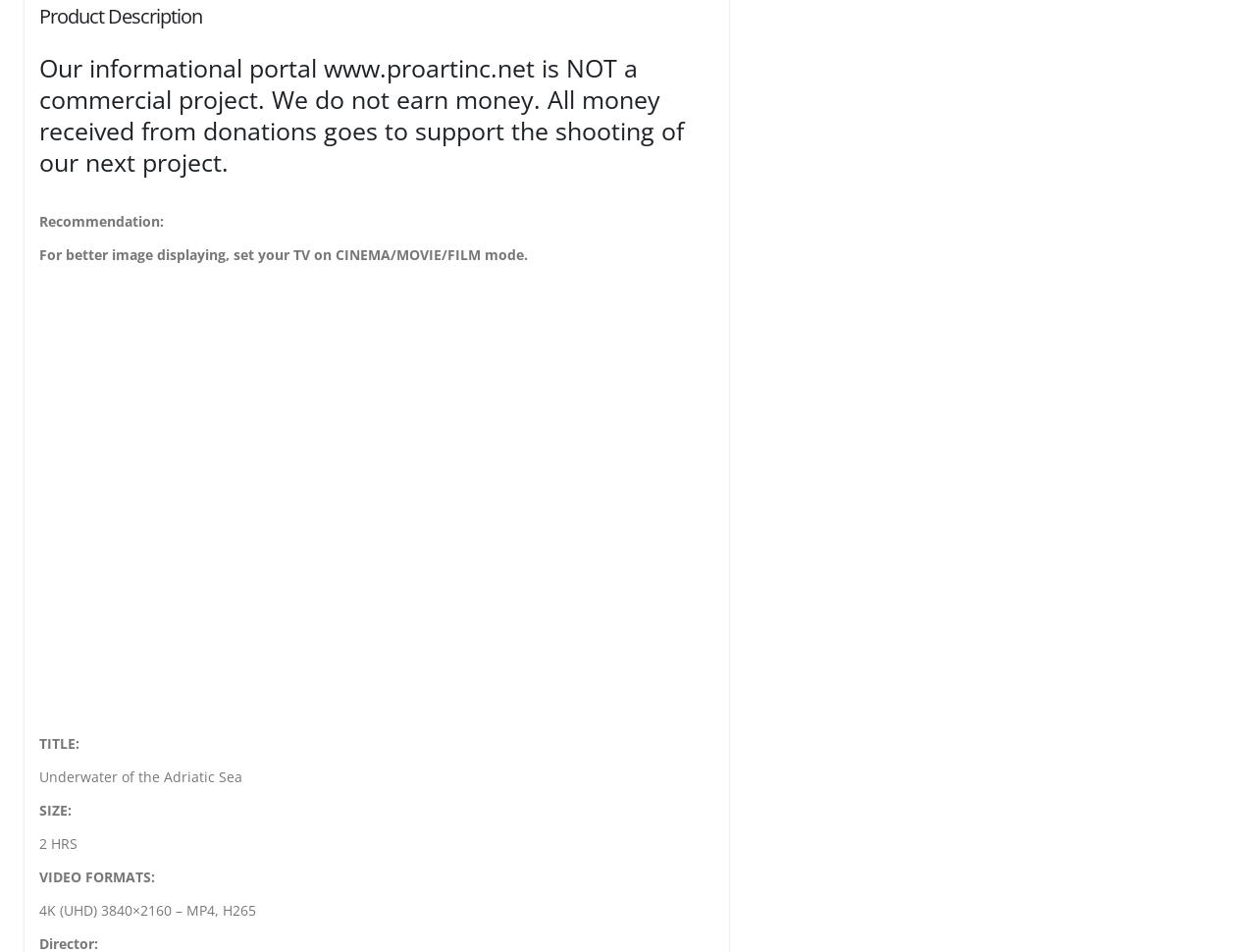 Image resolution: width=1252 pixels, height=952 pixels. I want to click on '2 HRS', so click(38, 841).